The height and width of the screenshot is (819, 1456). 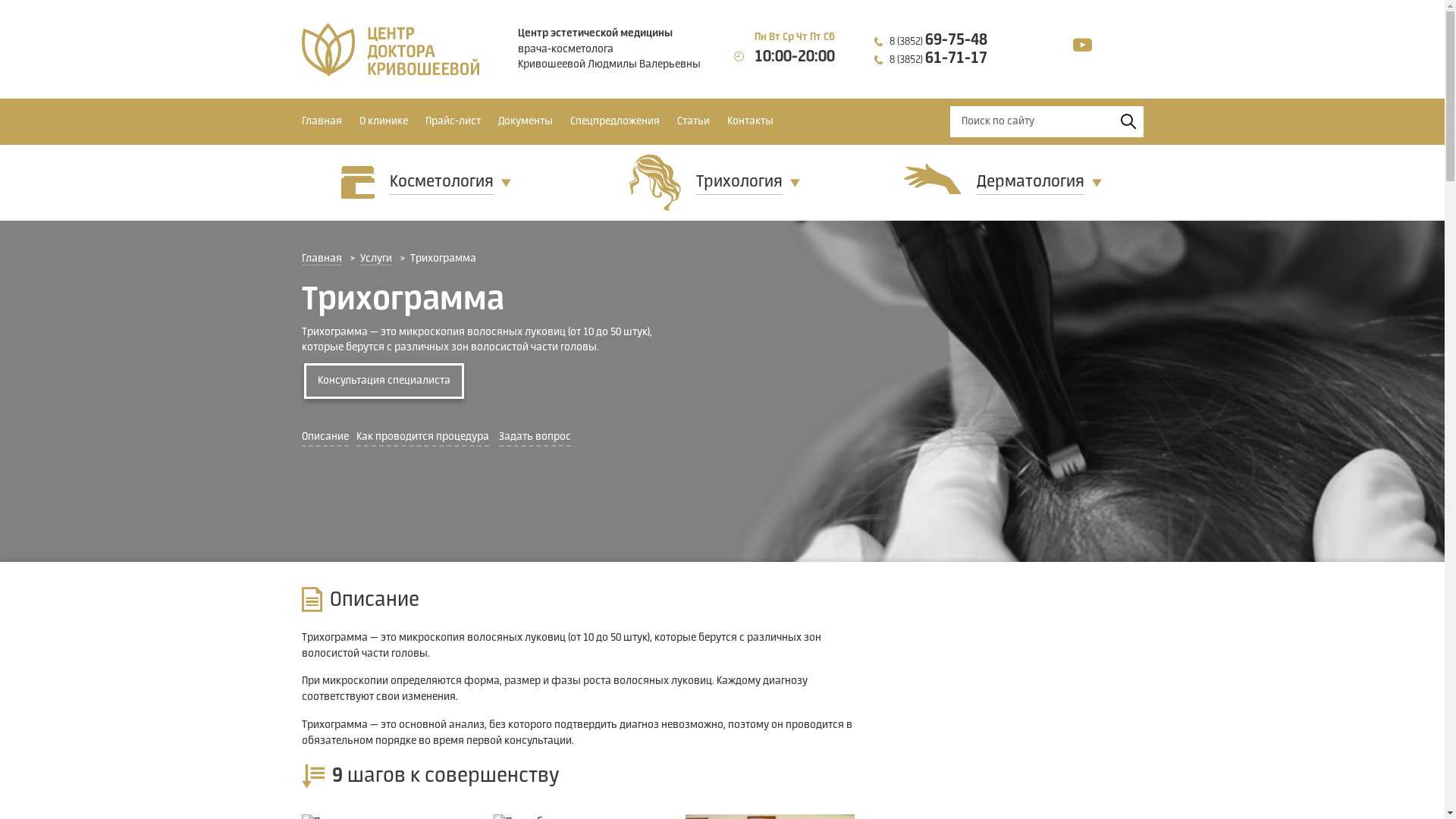 I want to click on '8 (3852) 61-71-17', so click(x=937, y=58).